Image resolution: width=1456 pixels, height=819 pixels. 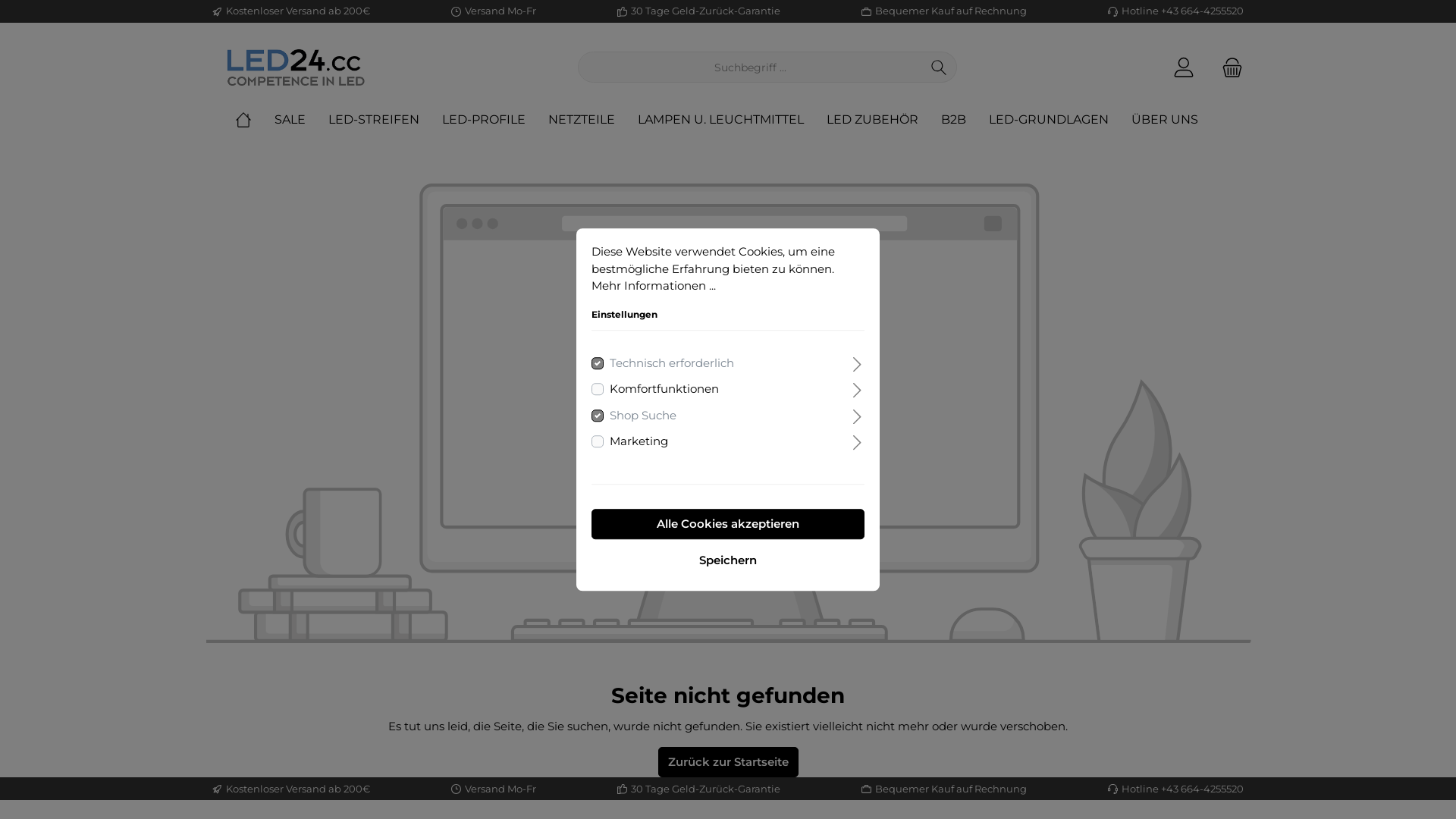 I want to click on 'SALE', so click(x=301, y=119).